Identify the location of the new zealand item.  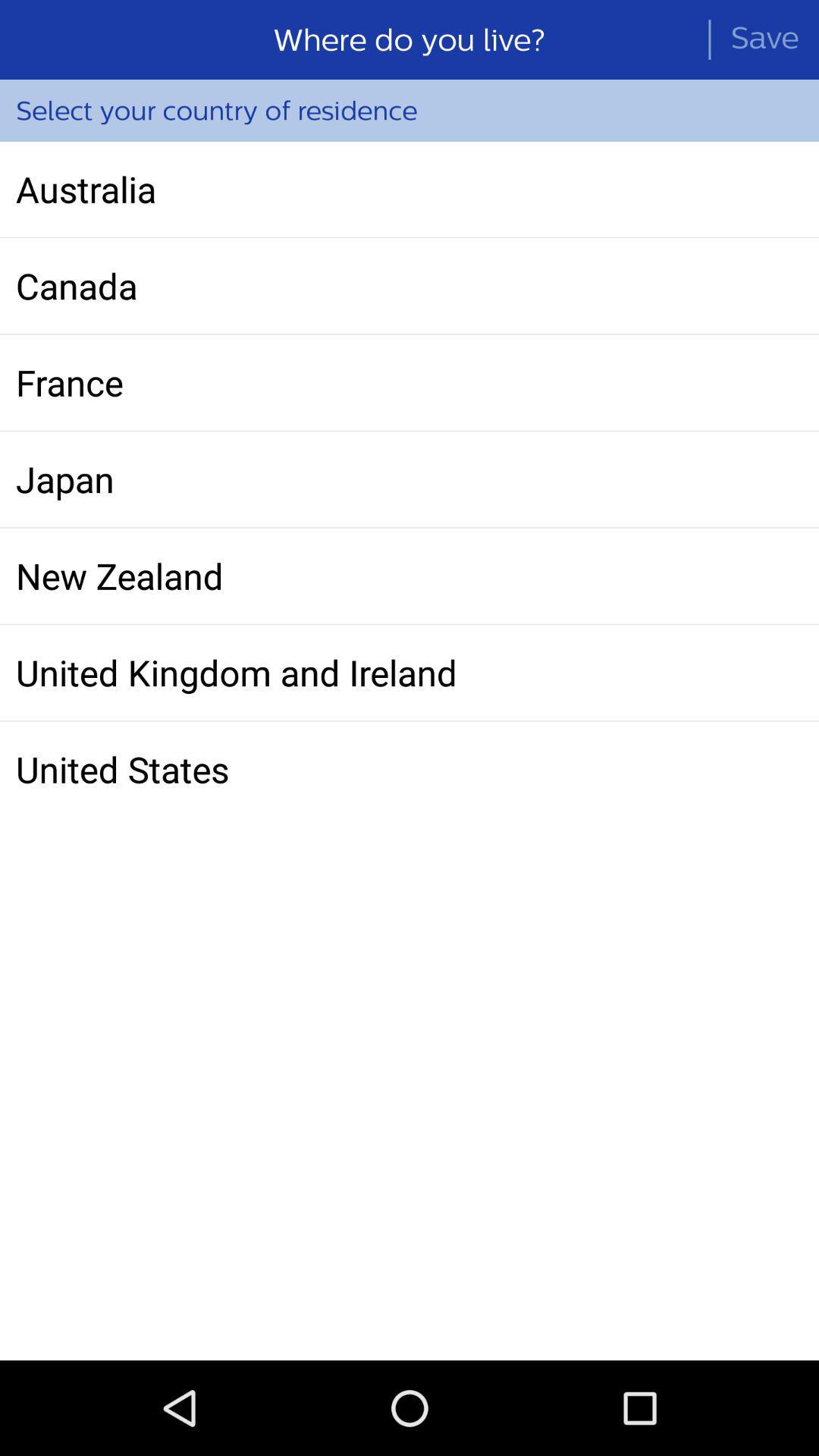
(409, 575).